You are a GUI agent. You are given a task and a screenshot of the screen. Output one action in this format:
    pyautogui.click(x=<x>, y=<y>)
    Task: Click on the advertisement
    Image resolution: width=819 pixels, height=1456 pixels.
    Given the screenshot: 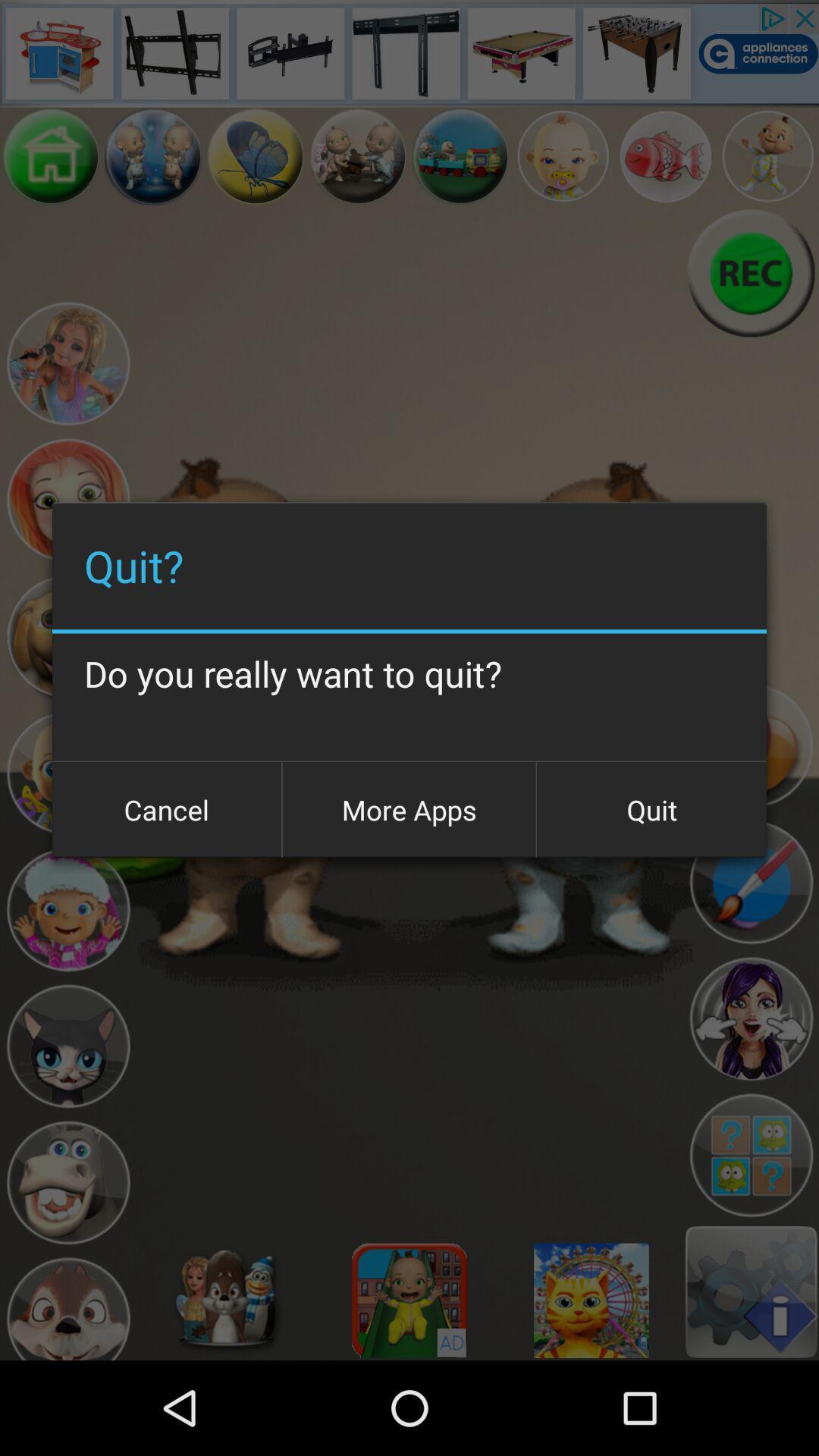 What is the action you would take?
    pyautogui.click(x=409, y=53)
    